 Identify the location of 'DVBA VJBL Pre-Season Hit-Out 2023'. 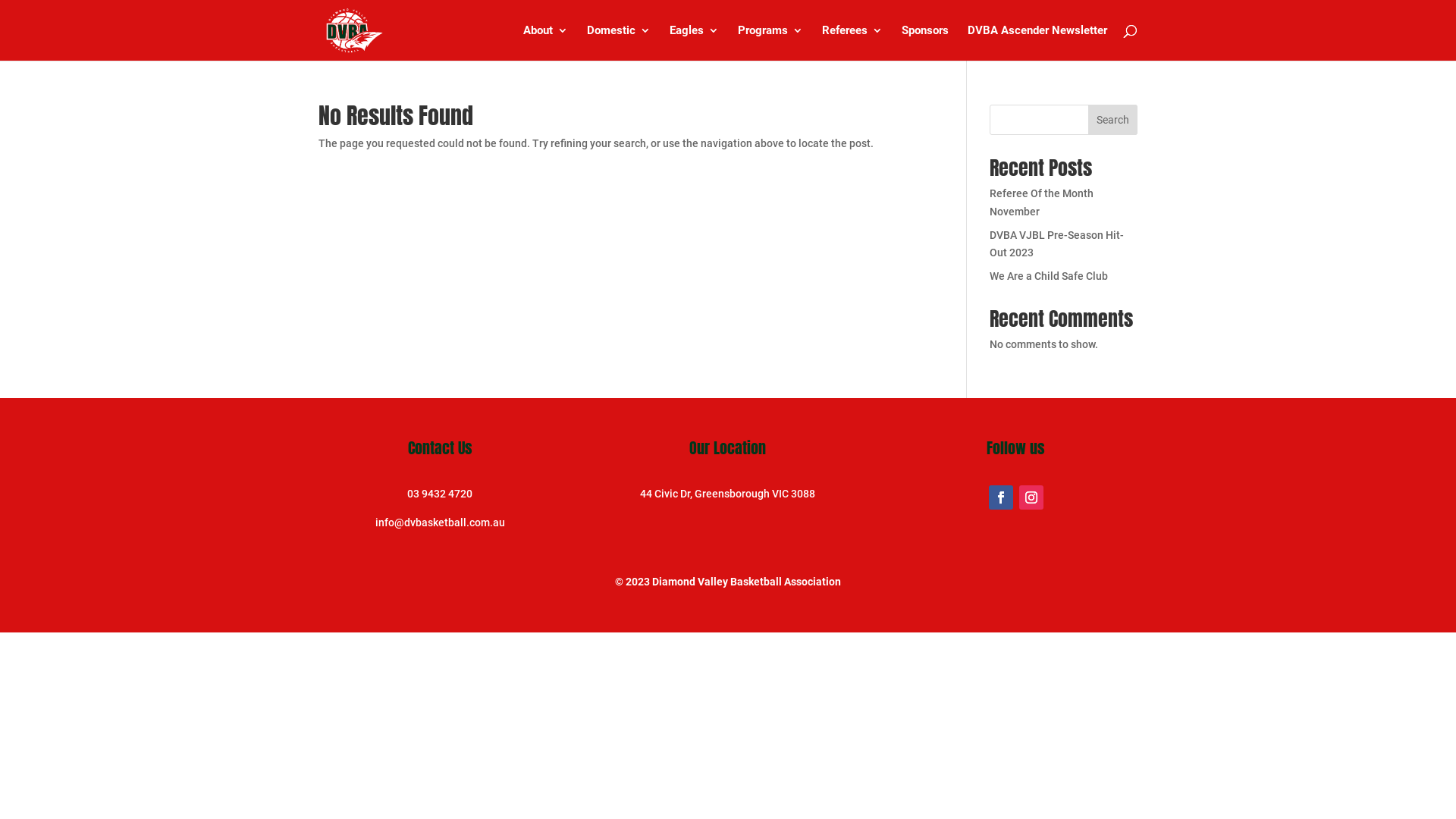
(990, 243).